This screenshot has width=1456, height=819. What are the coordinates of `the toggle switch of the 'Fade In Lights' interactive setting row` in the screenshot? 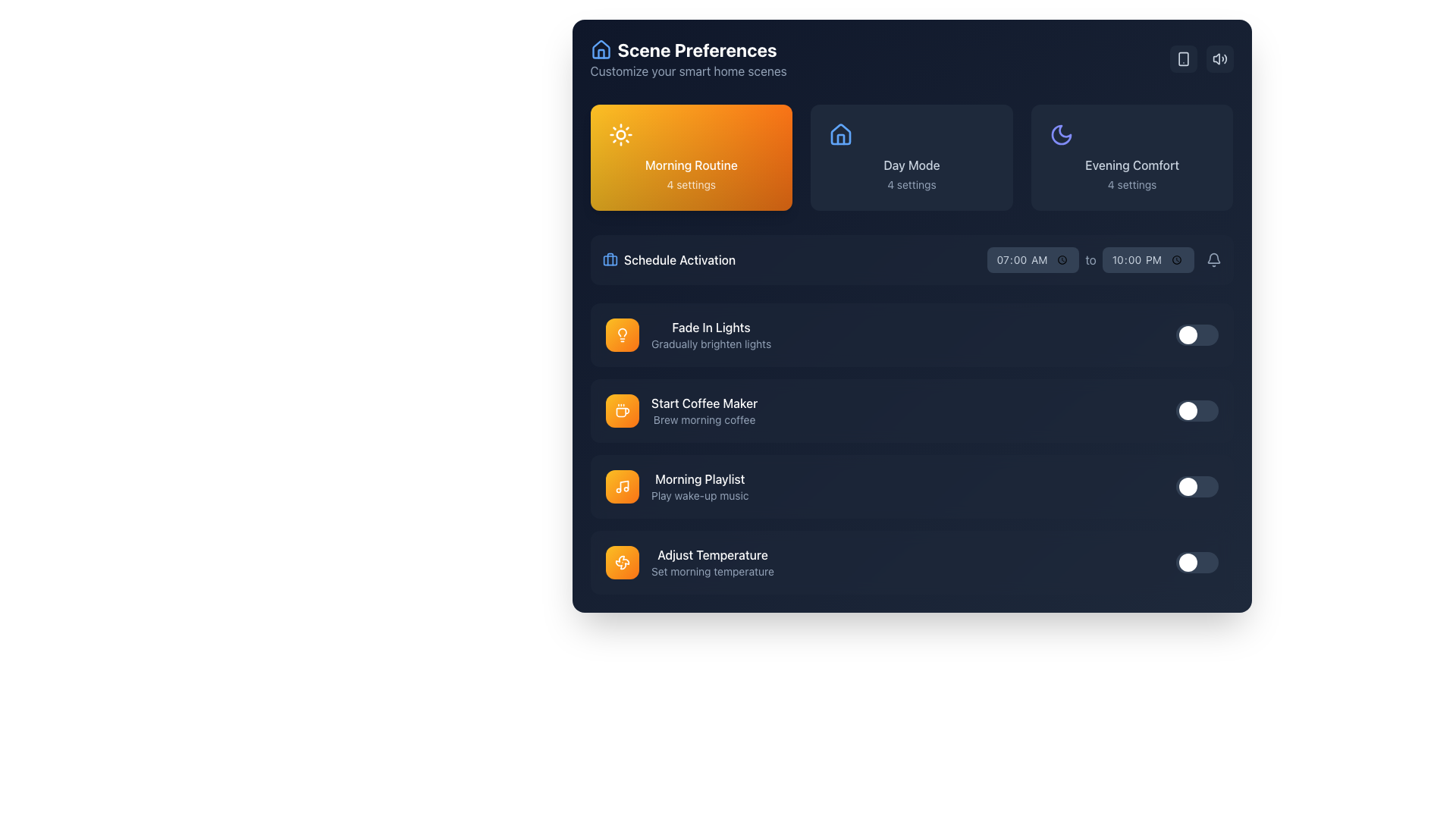 It's located at (911, 334).